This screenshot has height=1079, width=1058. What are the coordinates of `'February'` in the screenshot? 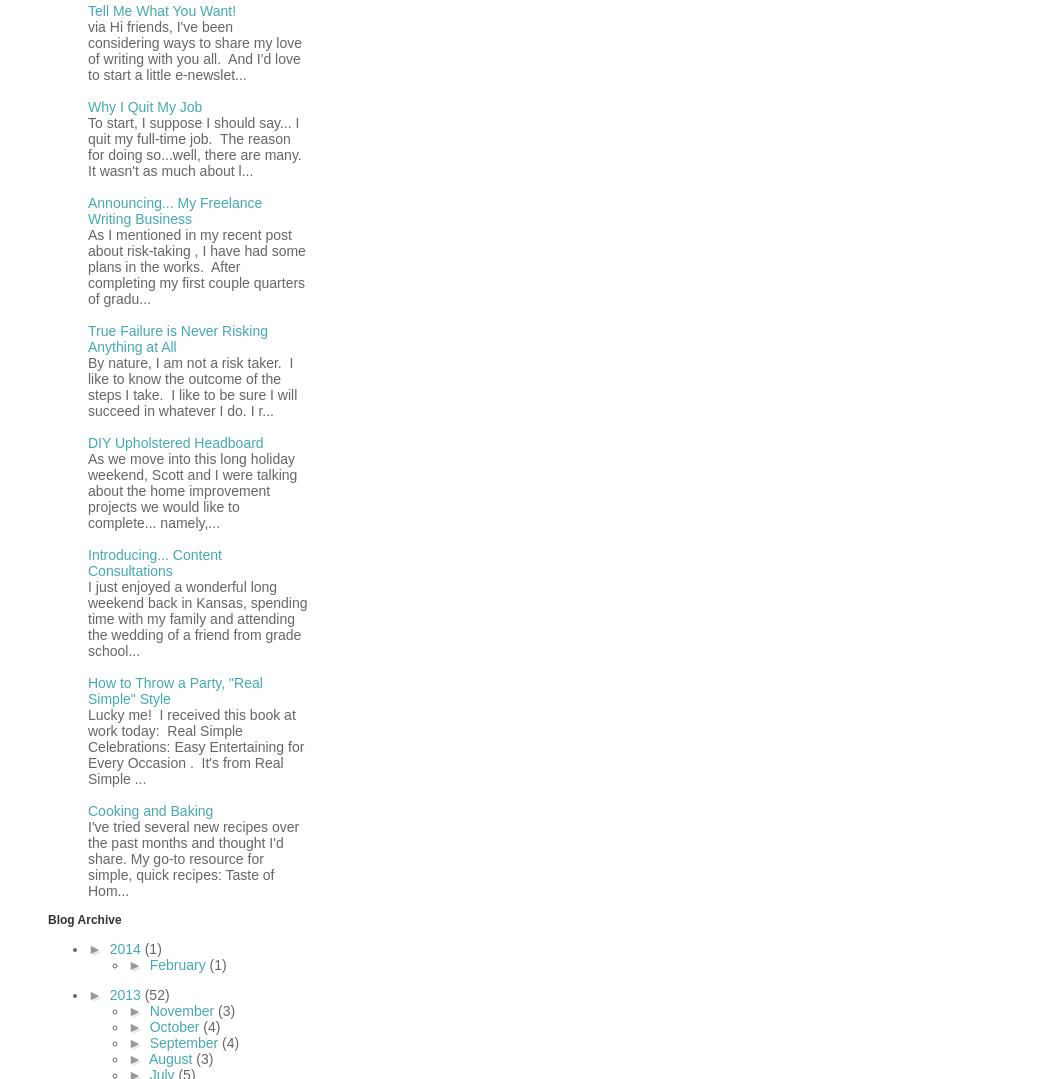 It's located at (179, 962).